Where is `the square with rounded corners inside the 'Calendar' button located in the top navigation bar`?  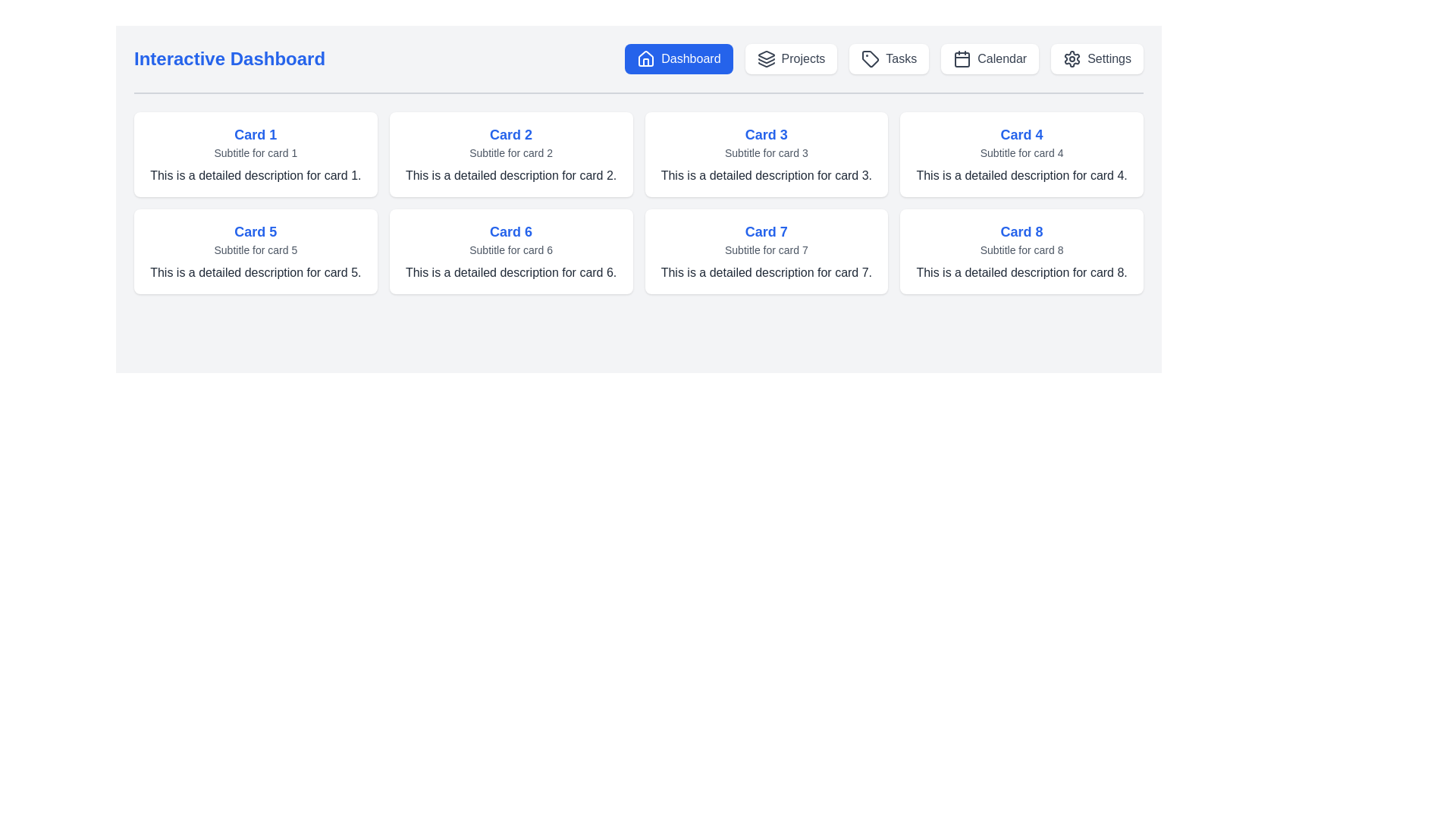
the square with rounded corners inside the 'Calendar' button located in the top navigation bar is located at coordinates (962, 58).